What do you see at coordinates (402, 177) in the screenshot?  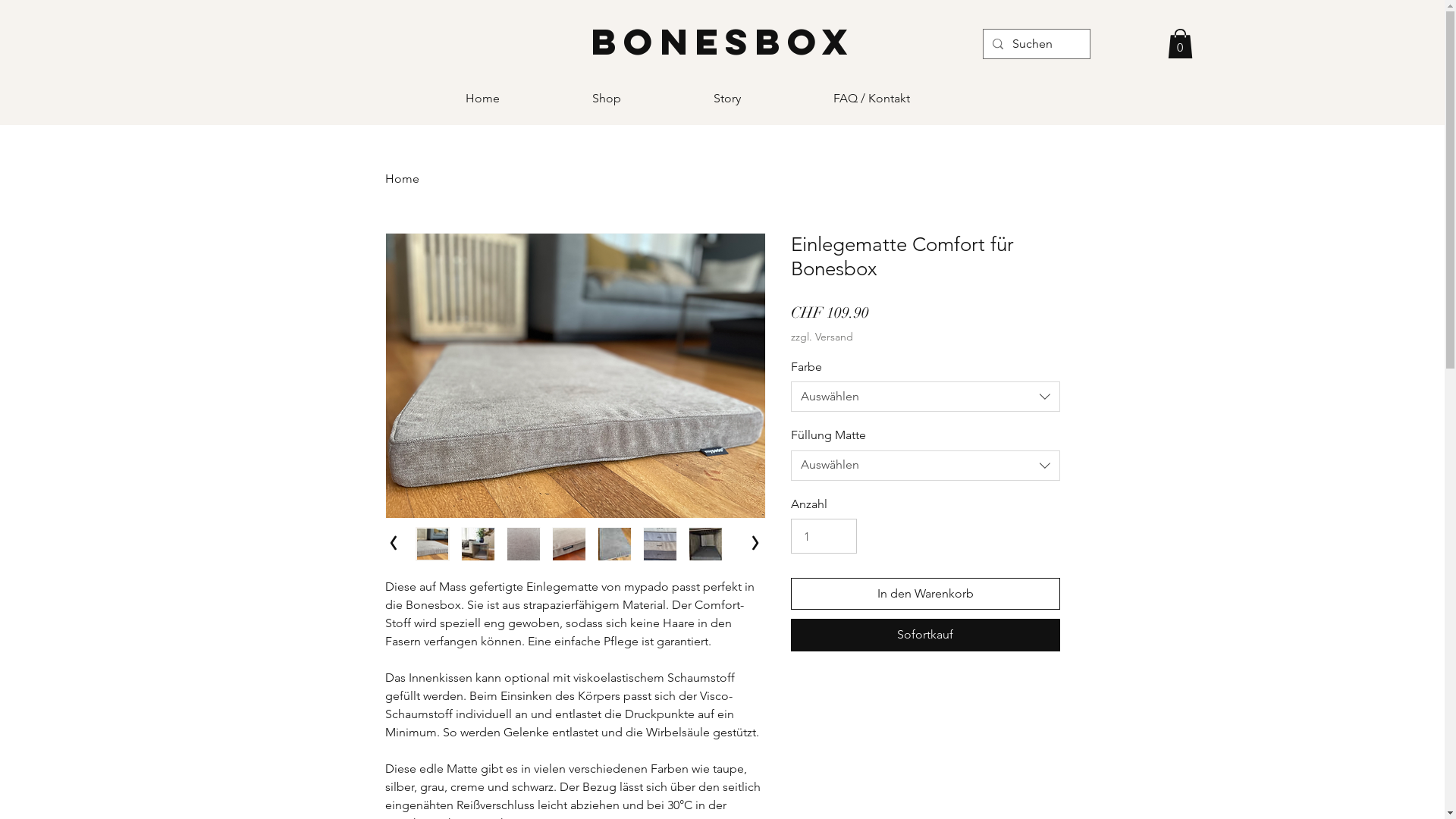 I see `'Home'` at bounding box center [402, 177].